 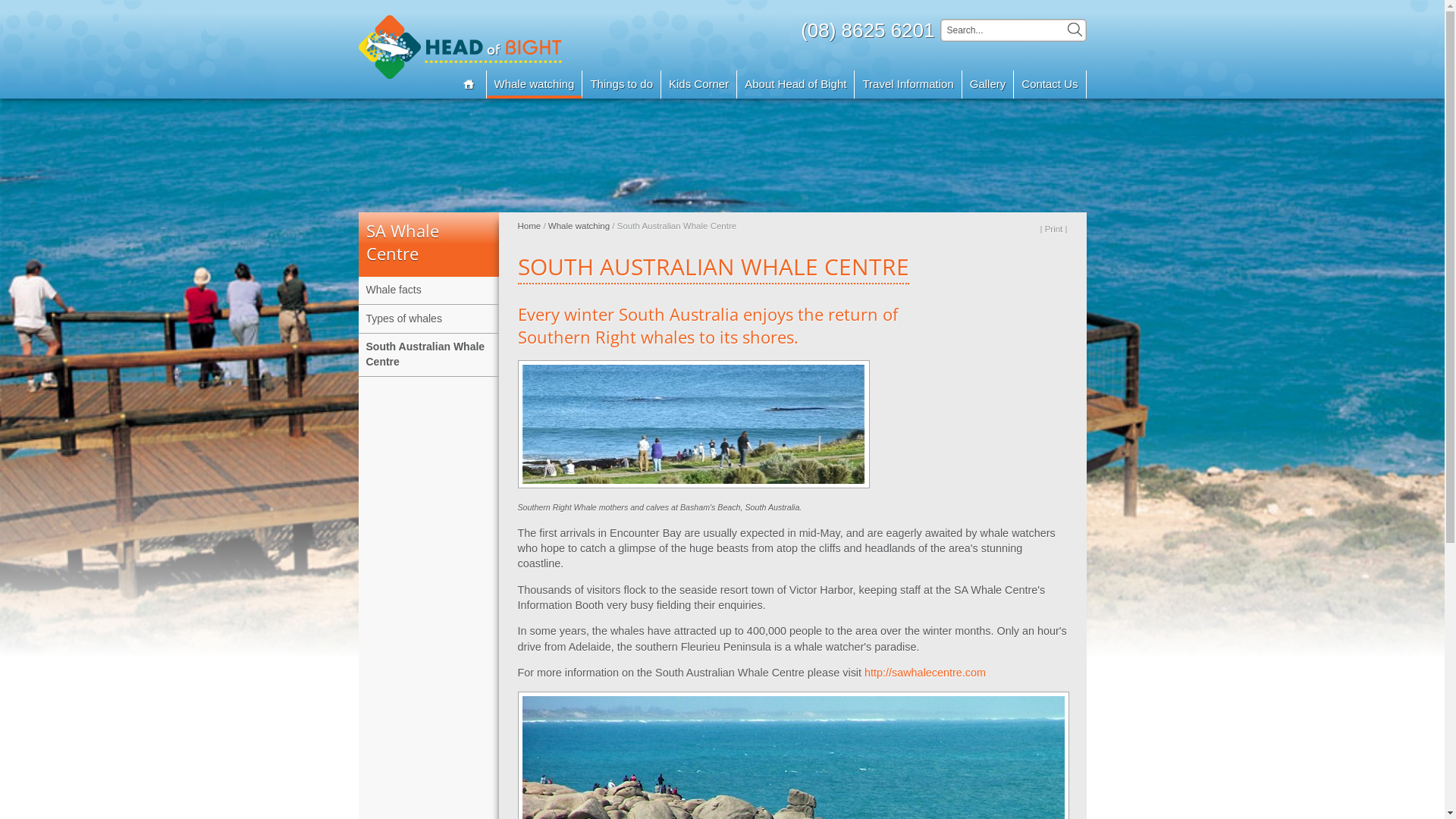 What do you see at coordinates (356, 290) in the screenshot?
I see `'Whale facts'` at bounding box center [356, 290].